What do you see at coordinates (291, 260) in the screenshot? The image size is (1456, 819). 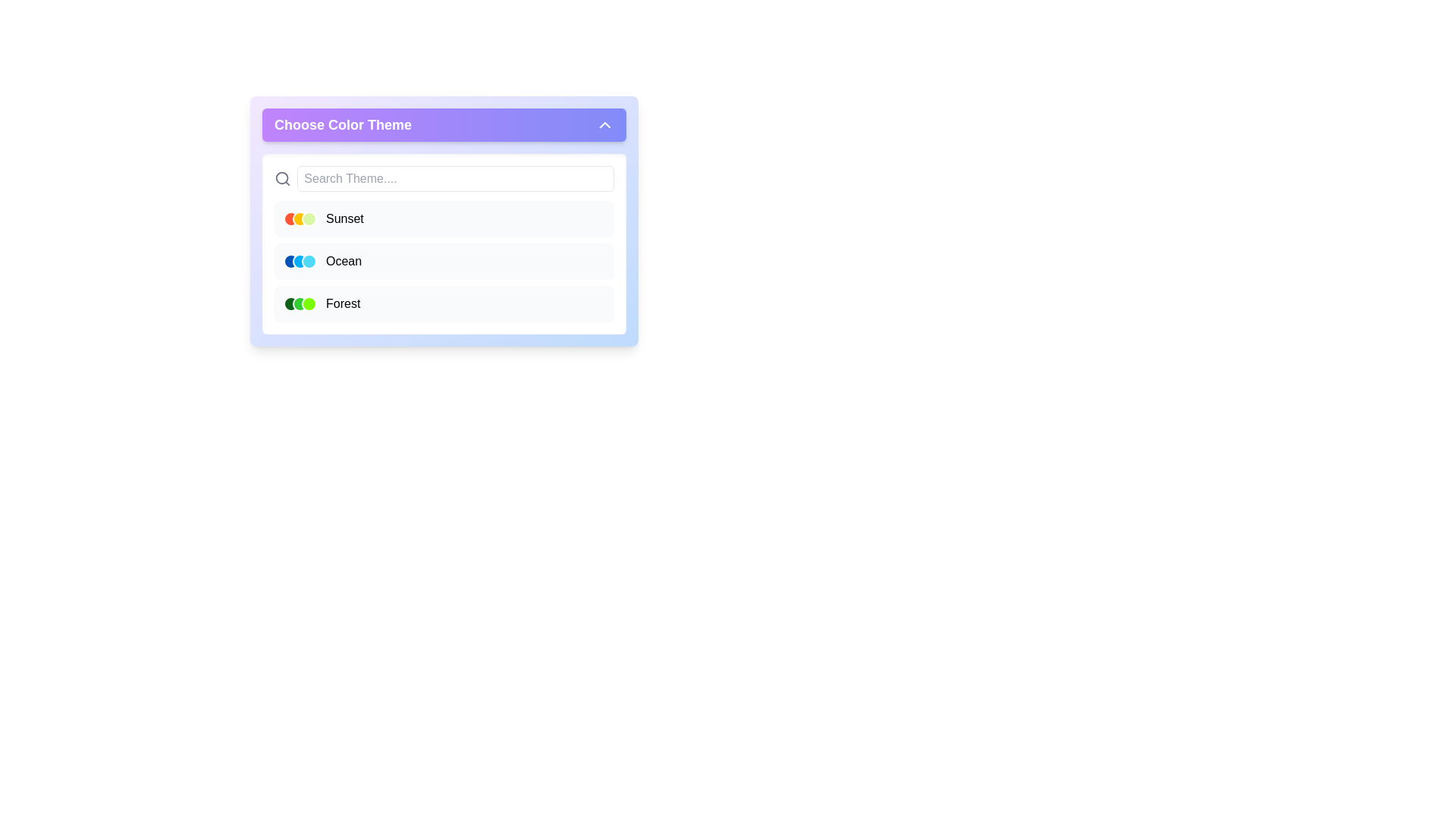 I see `the leftmost circular button with a thick white border and solid blue fill in the 'Ocean' theme selector` at bounding box center [291, 260].